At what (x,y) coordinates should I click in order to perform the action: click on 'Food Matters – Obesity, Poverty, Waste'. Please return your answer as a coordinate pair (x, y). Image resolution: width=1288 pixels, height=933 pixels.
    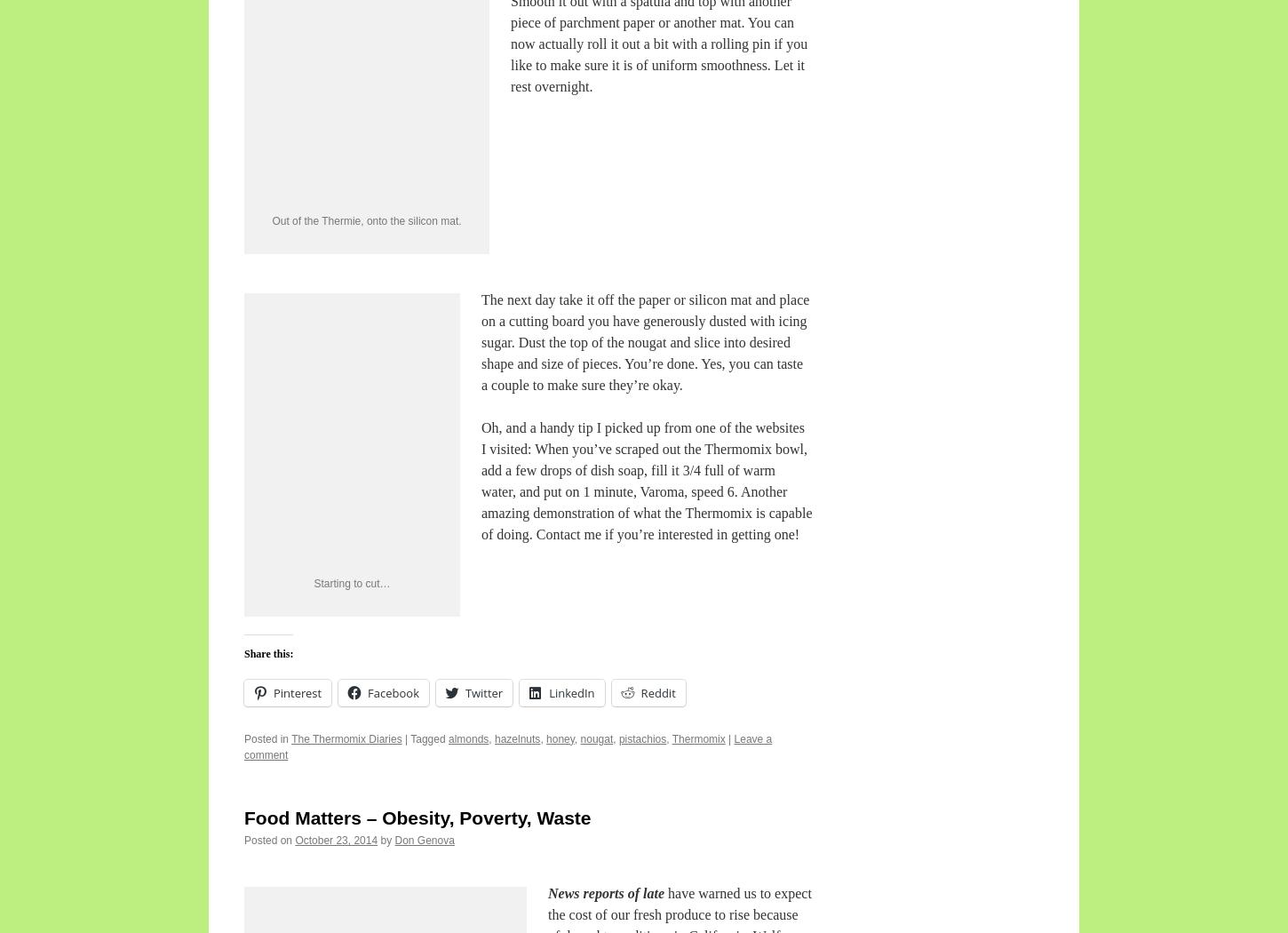
    Looking at the image, I should click on (416, 817).